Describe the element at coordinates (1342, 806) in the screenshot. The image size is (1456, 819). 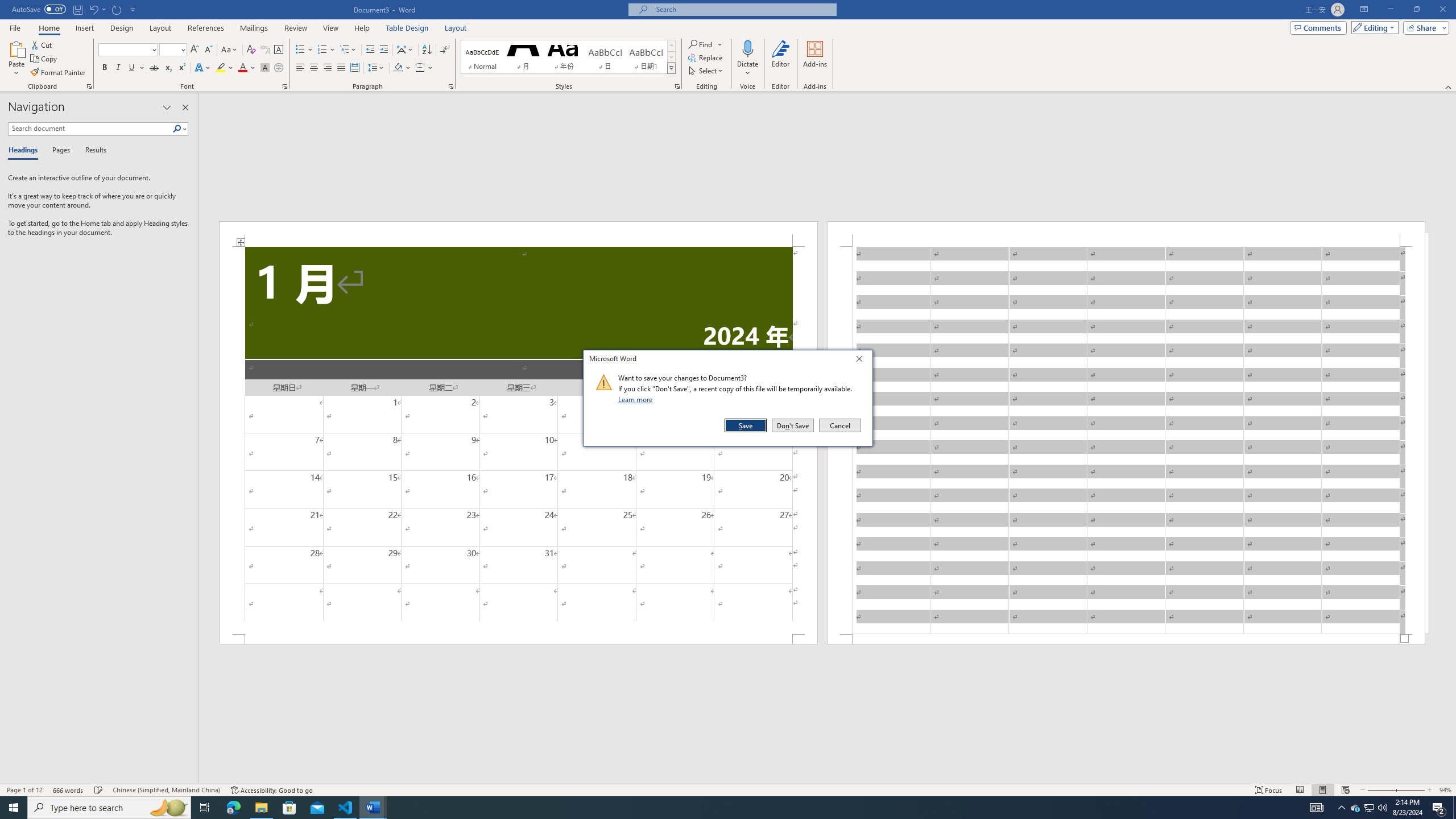
I see `'Notification Chevron'` at that location.